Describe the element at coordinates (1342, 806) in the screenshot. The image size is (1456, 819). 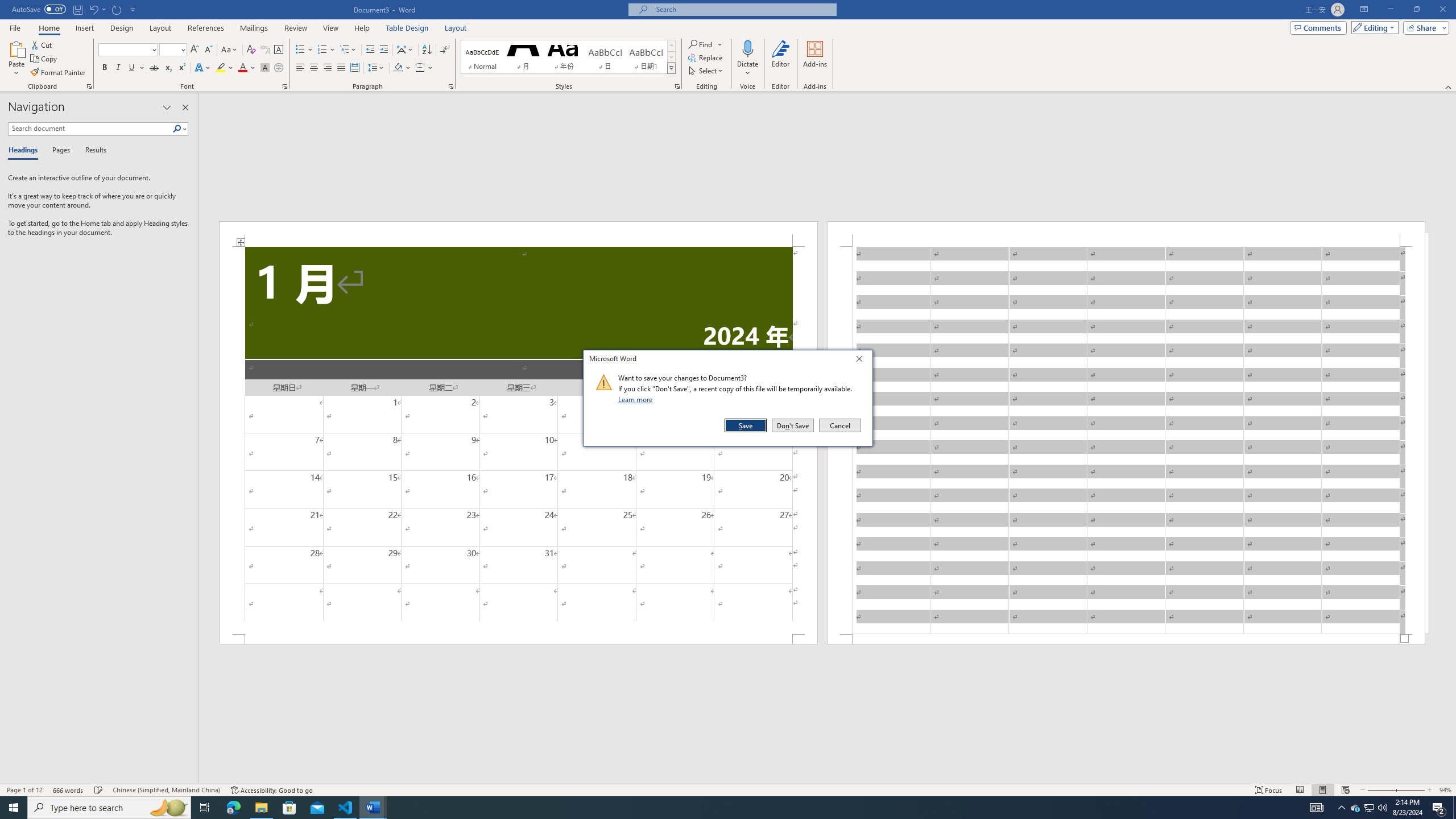
I see `'Notification Chevron'` at that location.